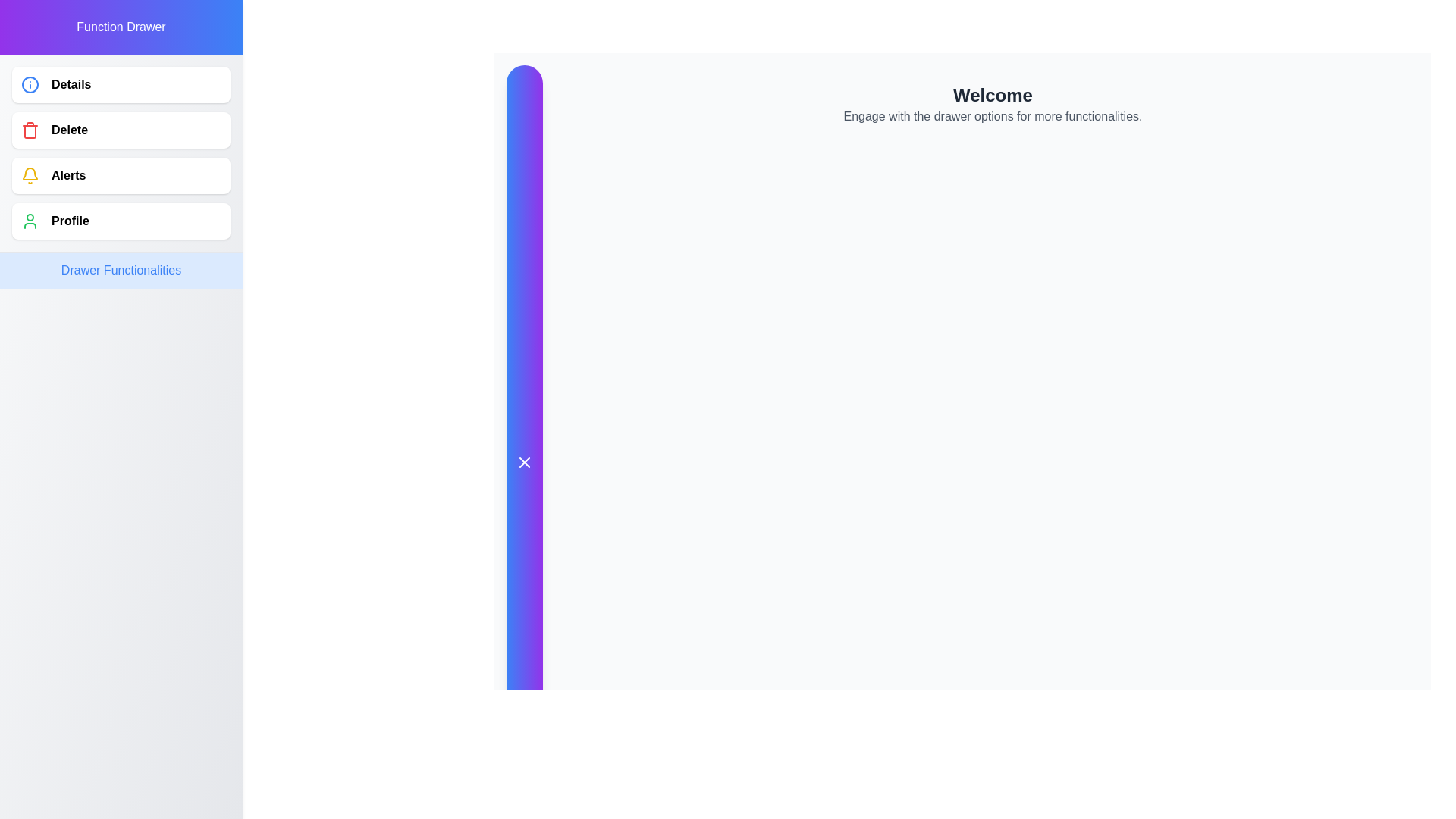 Image resolution: width=1456 pixels, height=819 pixels. I want to click on the 'Details' menu option icon, which is the left-most icon in the top menu, to visually differentiate it from other options, so click(30, 84).